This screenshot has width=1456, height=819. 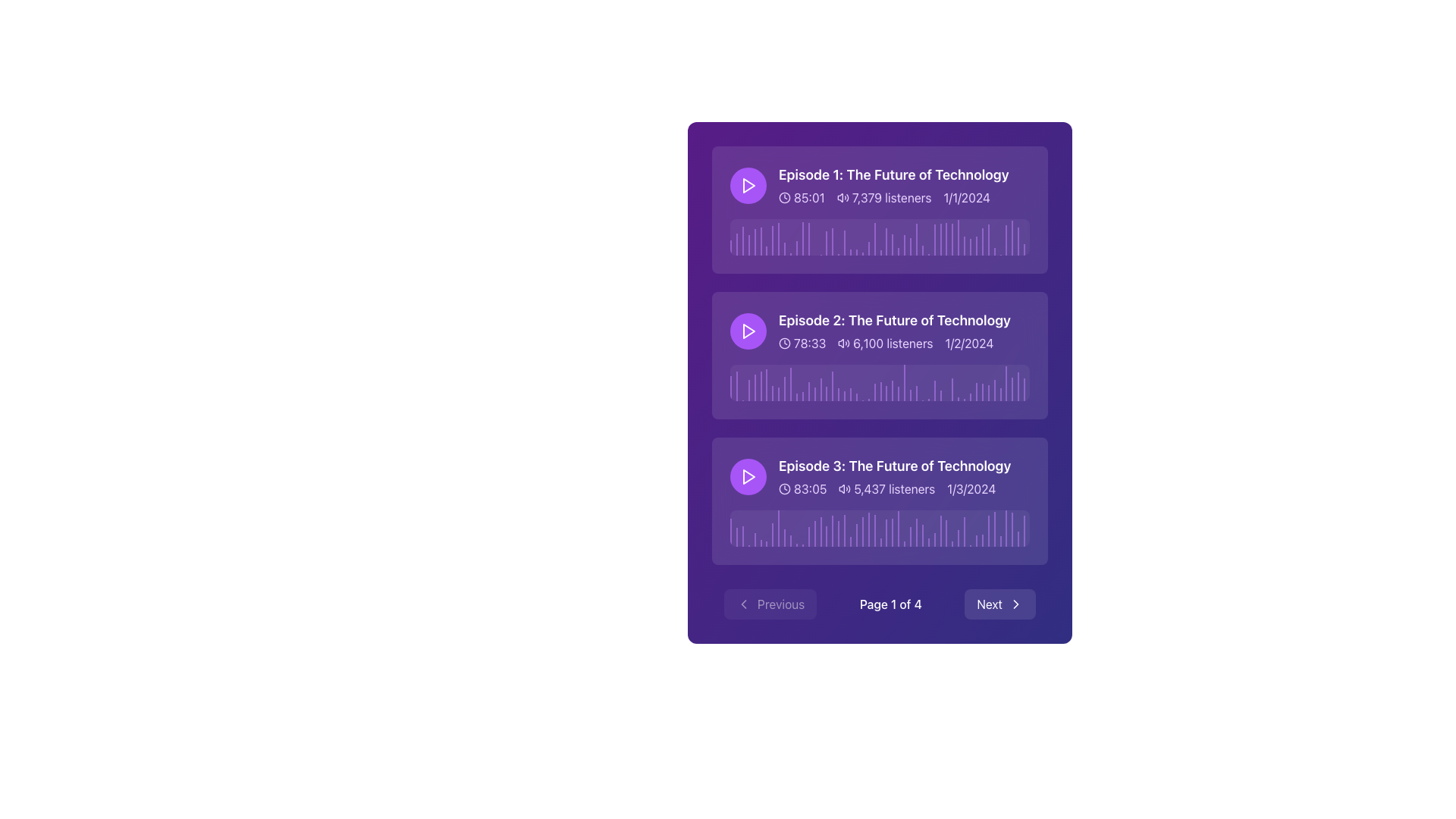 I want to click on the 16th vertical purple sound wave bar in the graphical waveform area of the third podcast entry, so click(x=820, y=531).